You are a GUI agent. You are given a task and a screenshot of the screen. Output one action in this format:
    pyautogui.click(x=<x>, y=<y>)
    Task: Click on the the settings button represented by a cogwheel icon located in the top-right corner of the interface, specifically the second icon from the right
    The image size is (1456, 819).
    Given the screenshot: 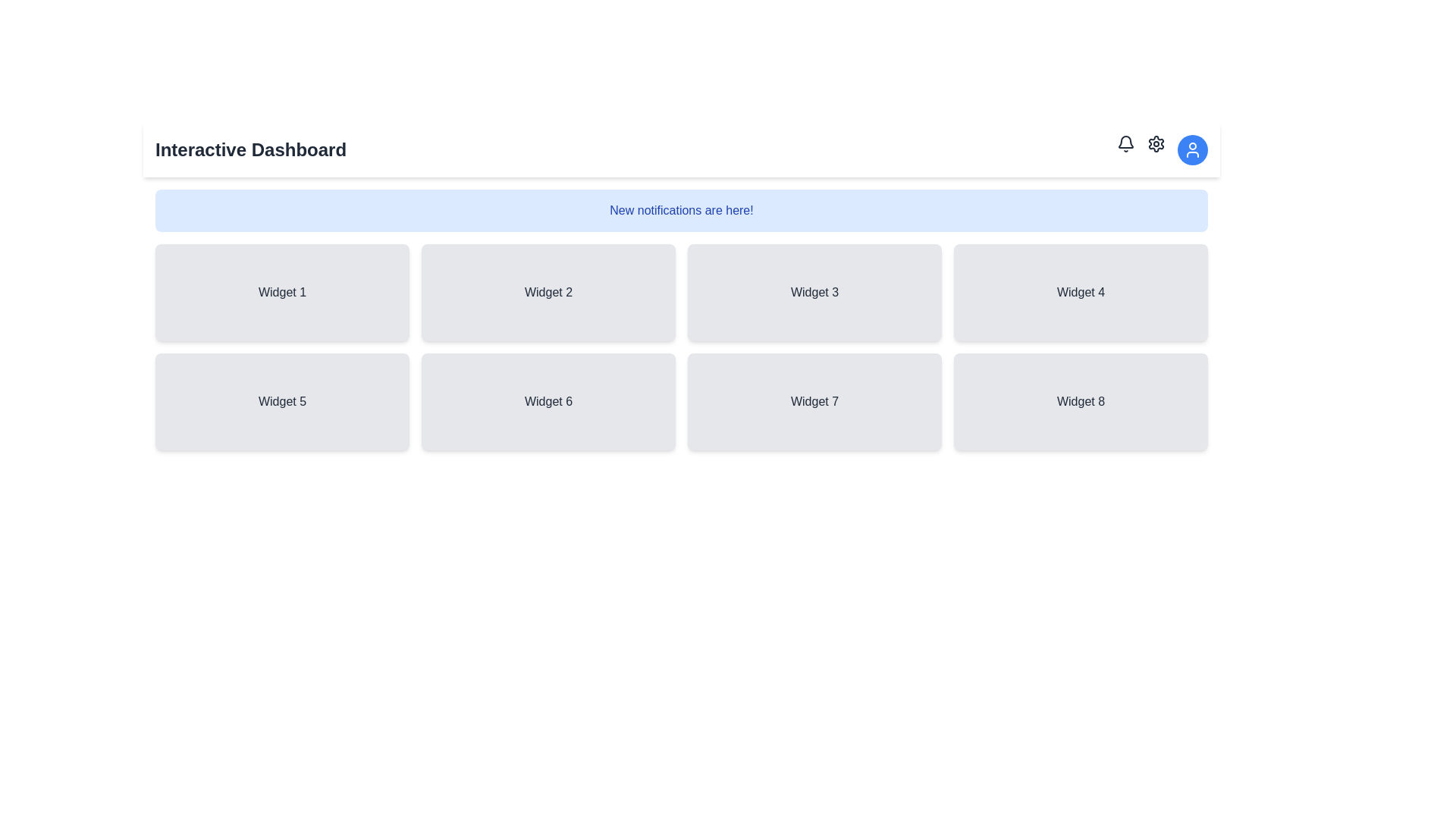 What is the action you would take?
    pyautogui.click(x=1156, y=143)
    